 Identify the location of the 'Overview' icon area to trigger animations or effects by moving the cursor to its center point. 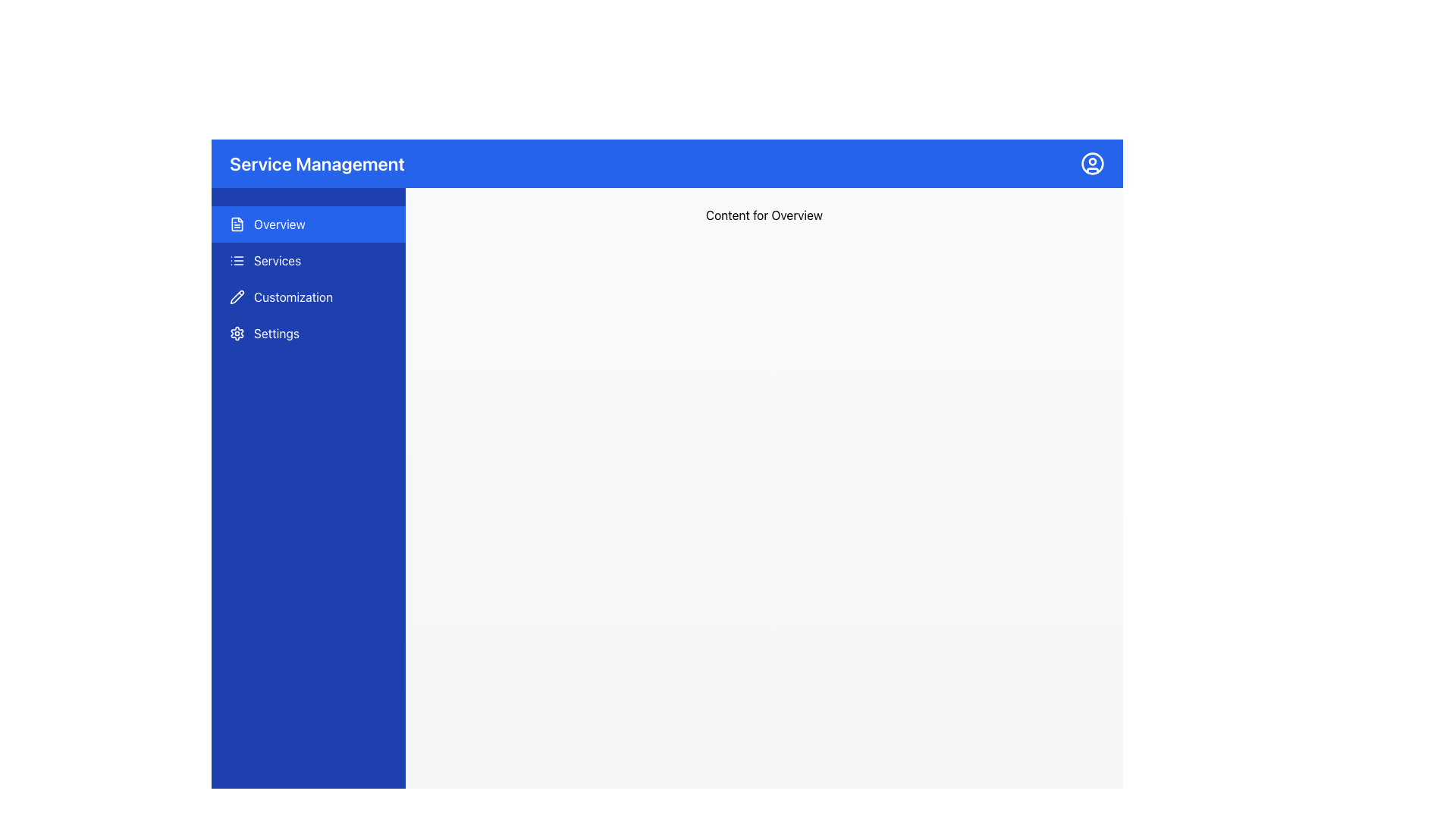
(236, 224).